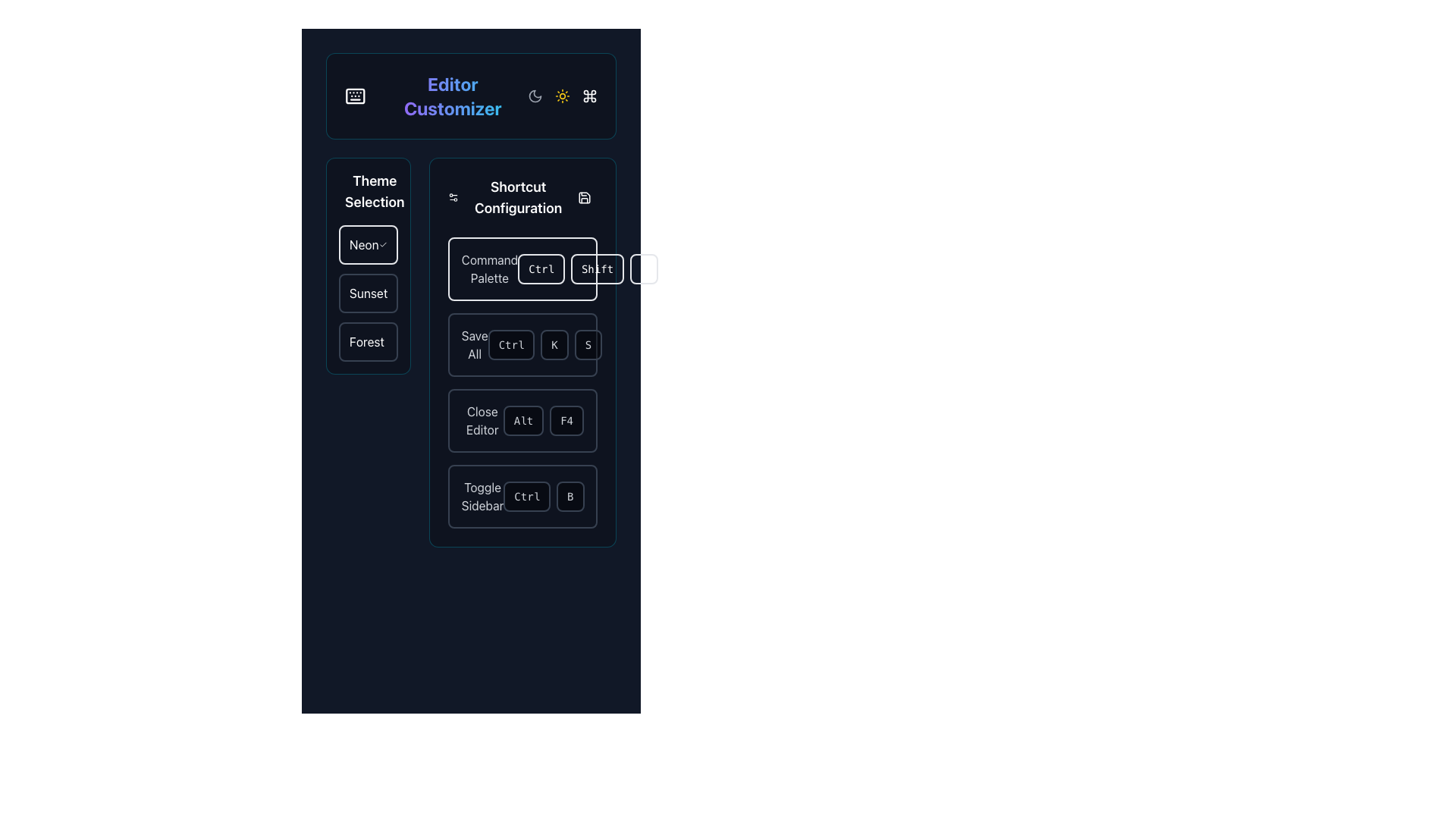  What do you see at coordinates (368, 342) in the screenshot?
I see `the 'Forest' theme selection button, which is the third button in the vertical list of theme options in the left sidebar` at bounding box center [368, 342].